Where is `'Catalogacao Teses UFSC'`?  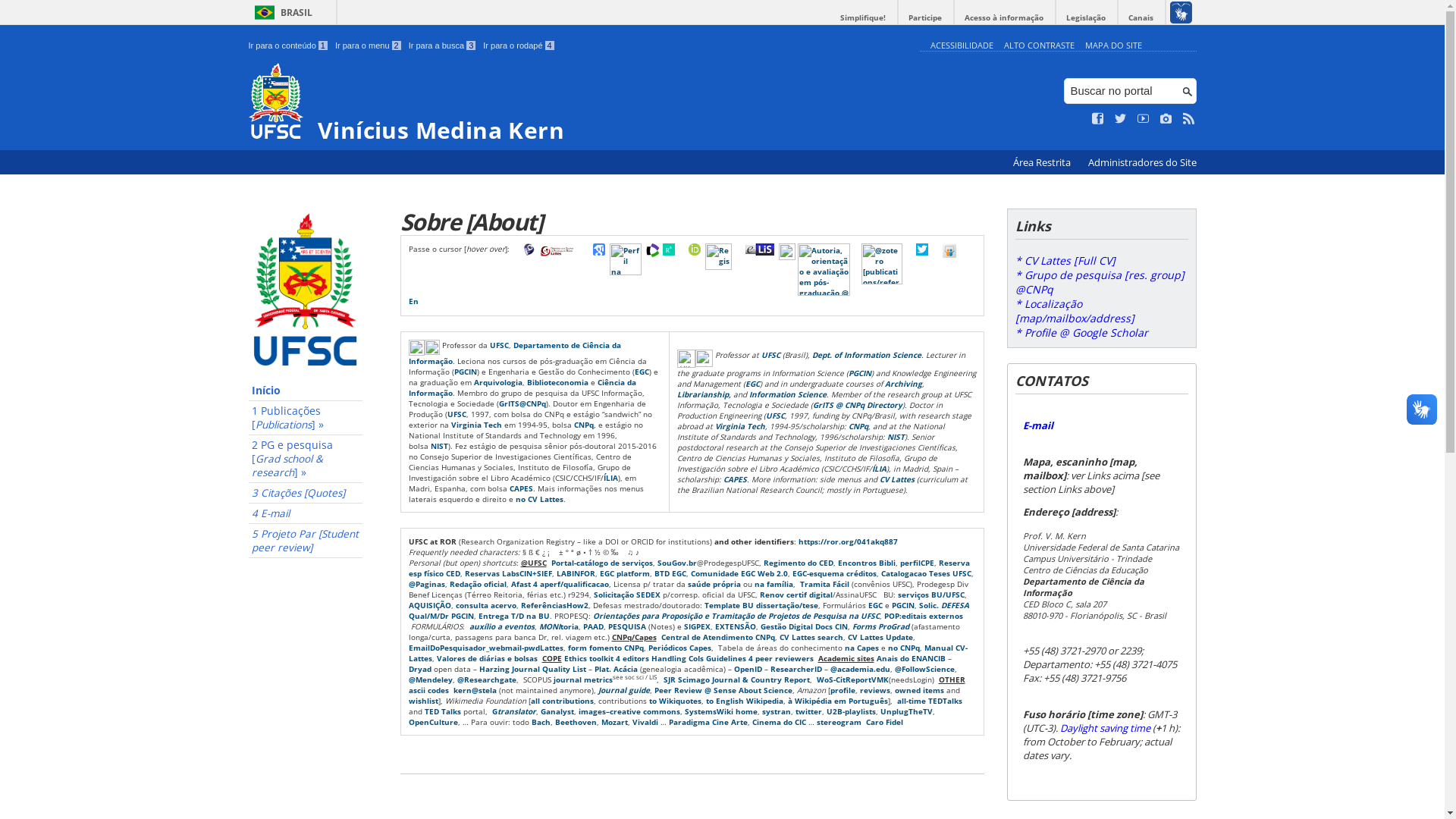 'Catalogacao Teses UFSC' is located at coordinates (925, 573).